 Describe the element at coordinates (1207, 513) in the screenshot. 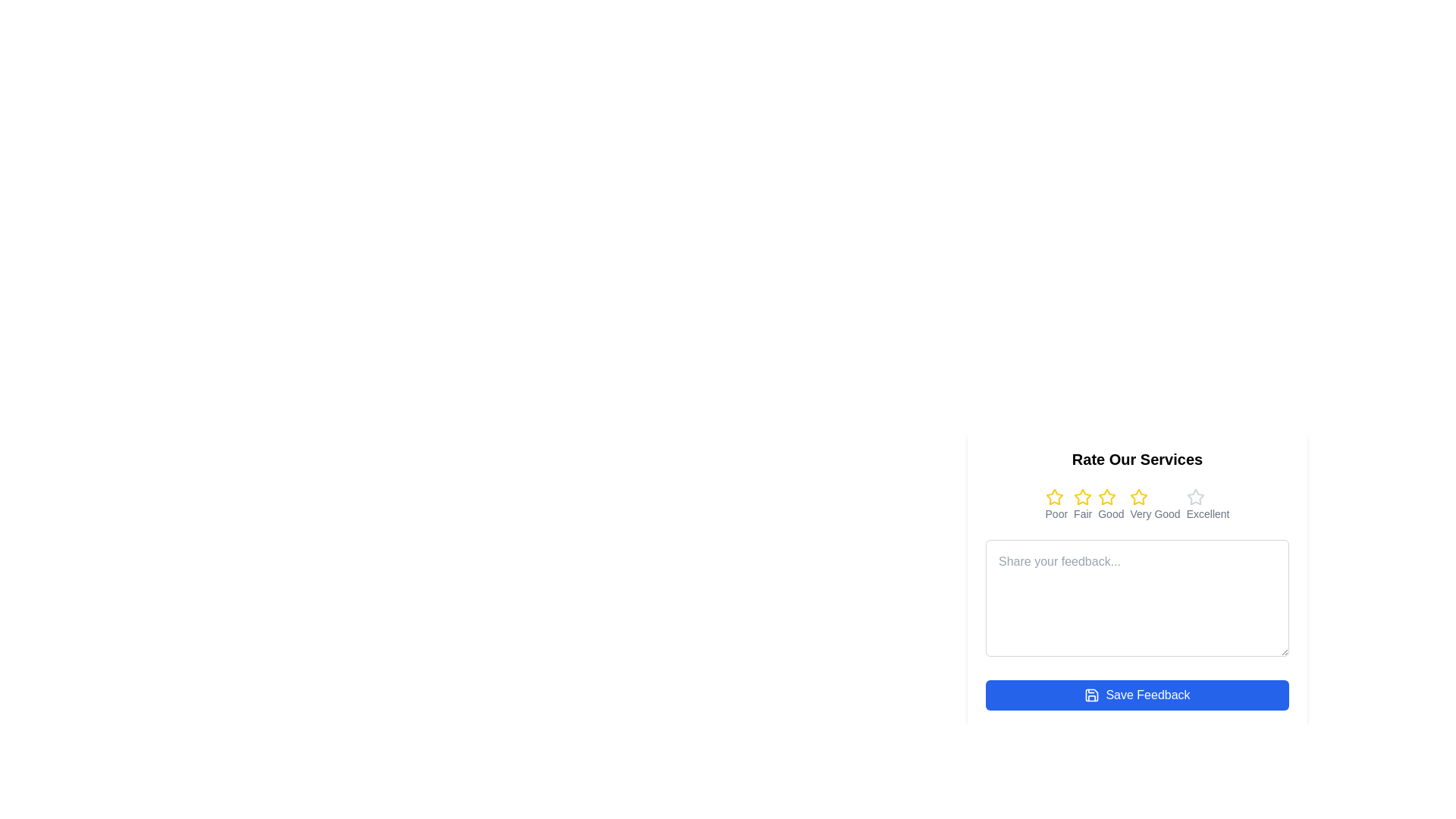

I see `the text label reading 'Excellent' which is styled in a smaller font size and located beneath the last star icon in a rating feedback component` at that location.